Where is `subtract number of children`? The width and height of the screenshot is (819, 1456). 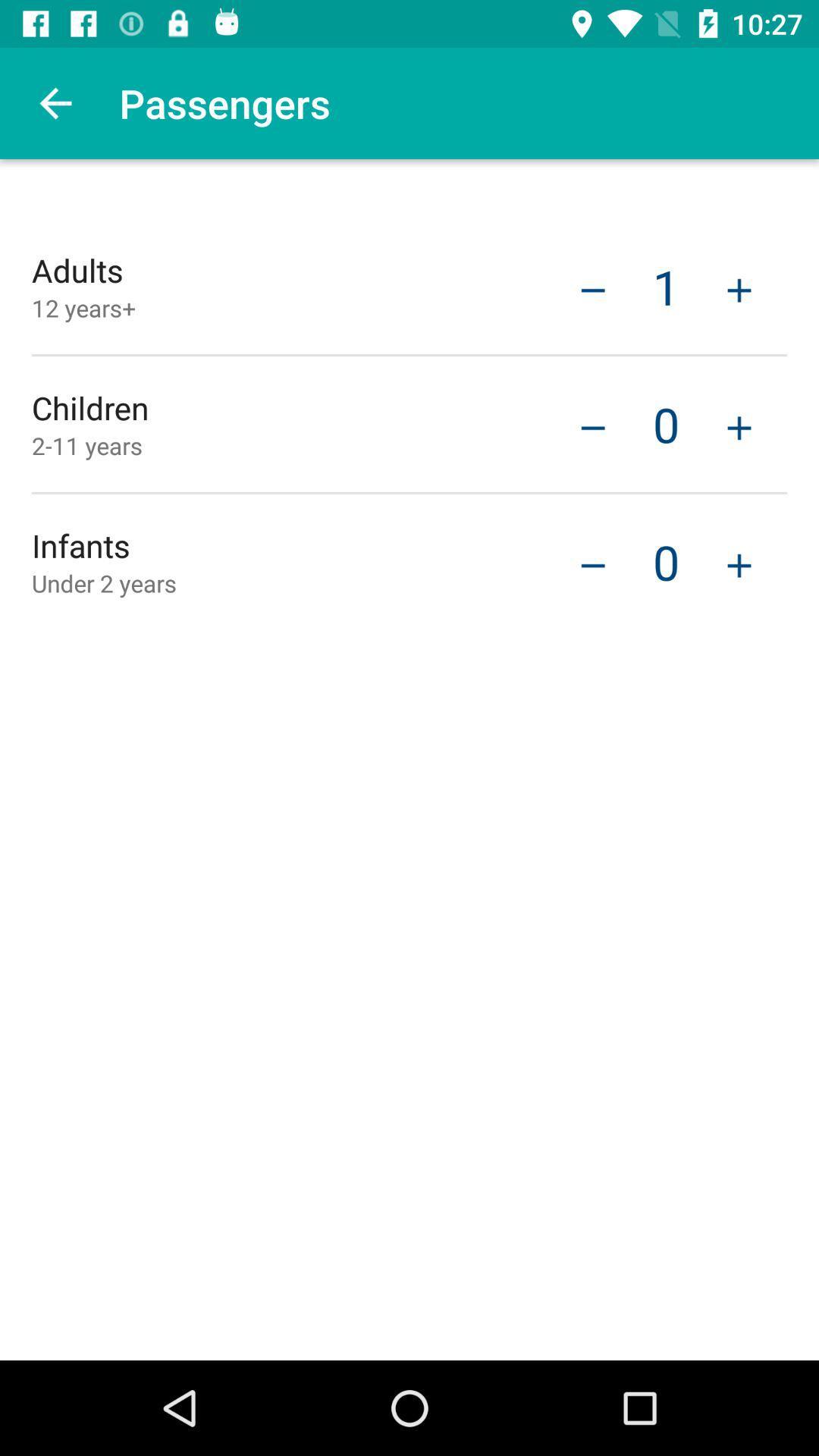
subtract number of children is located at coordinates (592, 563).